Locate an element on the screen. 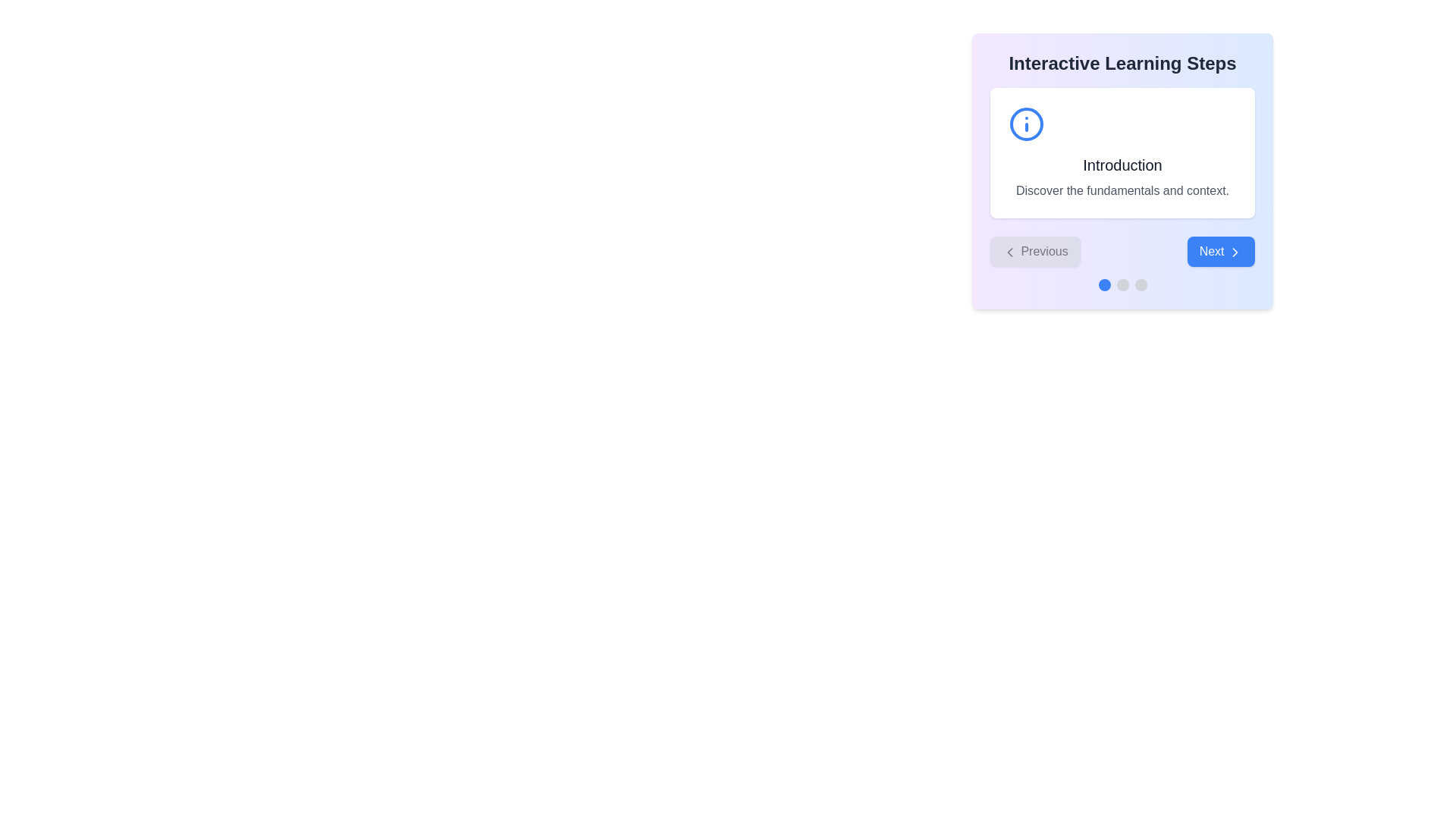 This screenshot has width=1456, height=819. the 'Next' button located at the bottom-right corner of the 'Interactive Learning Steps' card, which contains a chevron icon indicating forward navigation is located at coordinates (1235, 250).